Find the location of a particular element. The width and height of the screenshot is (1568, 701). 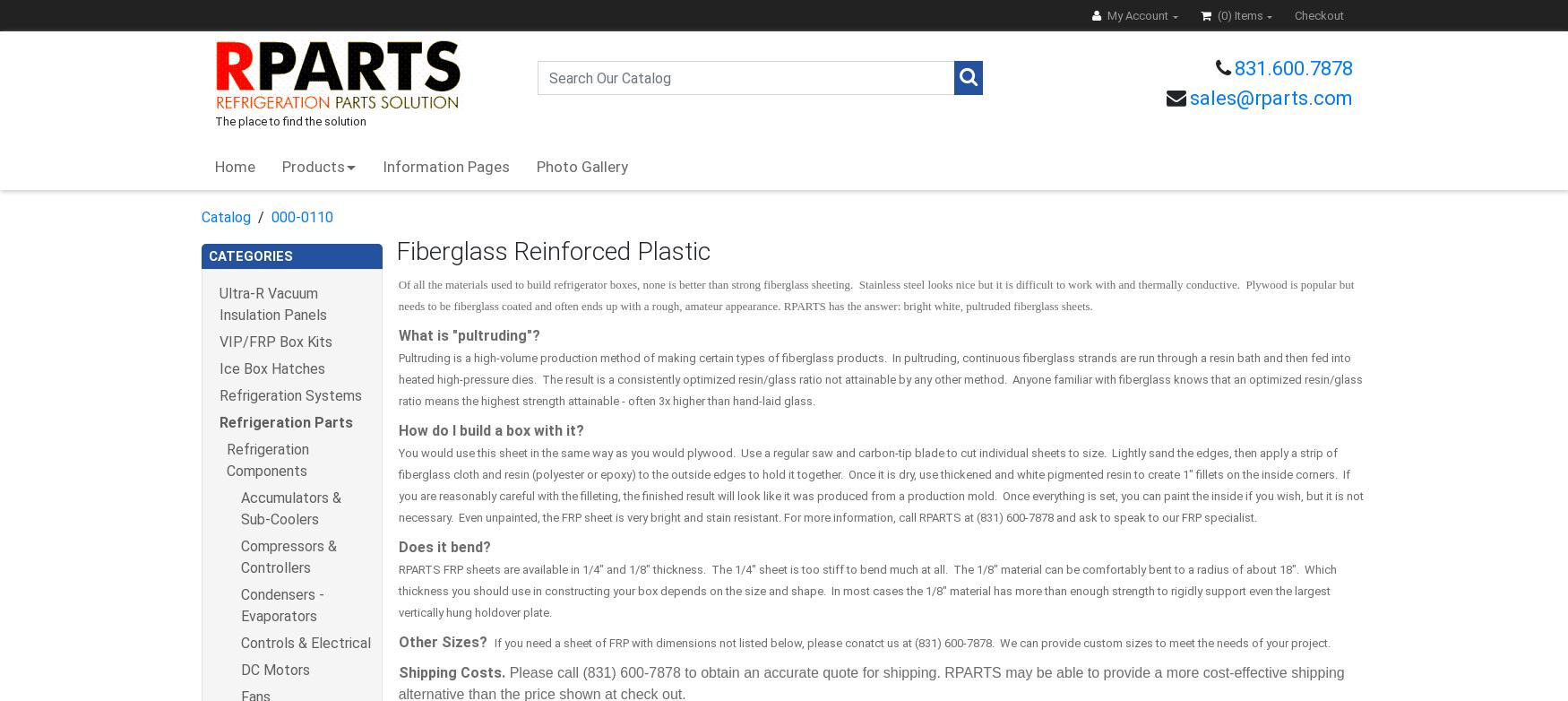

'Controls & Electrical' is located at coordinates (239, 642).